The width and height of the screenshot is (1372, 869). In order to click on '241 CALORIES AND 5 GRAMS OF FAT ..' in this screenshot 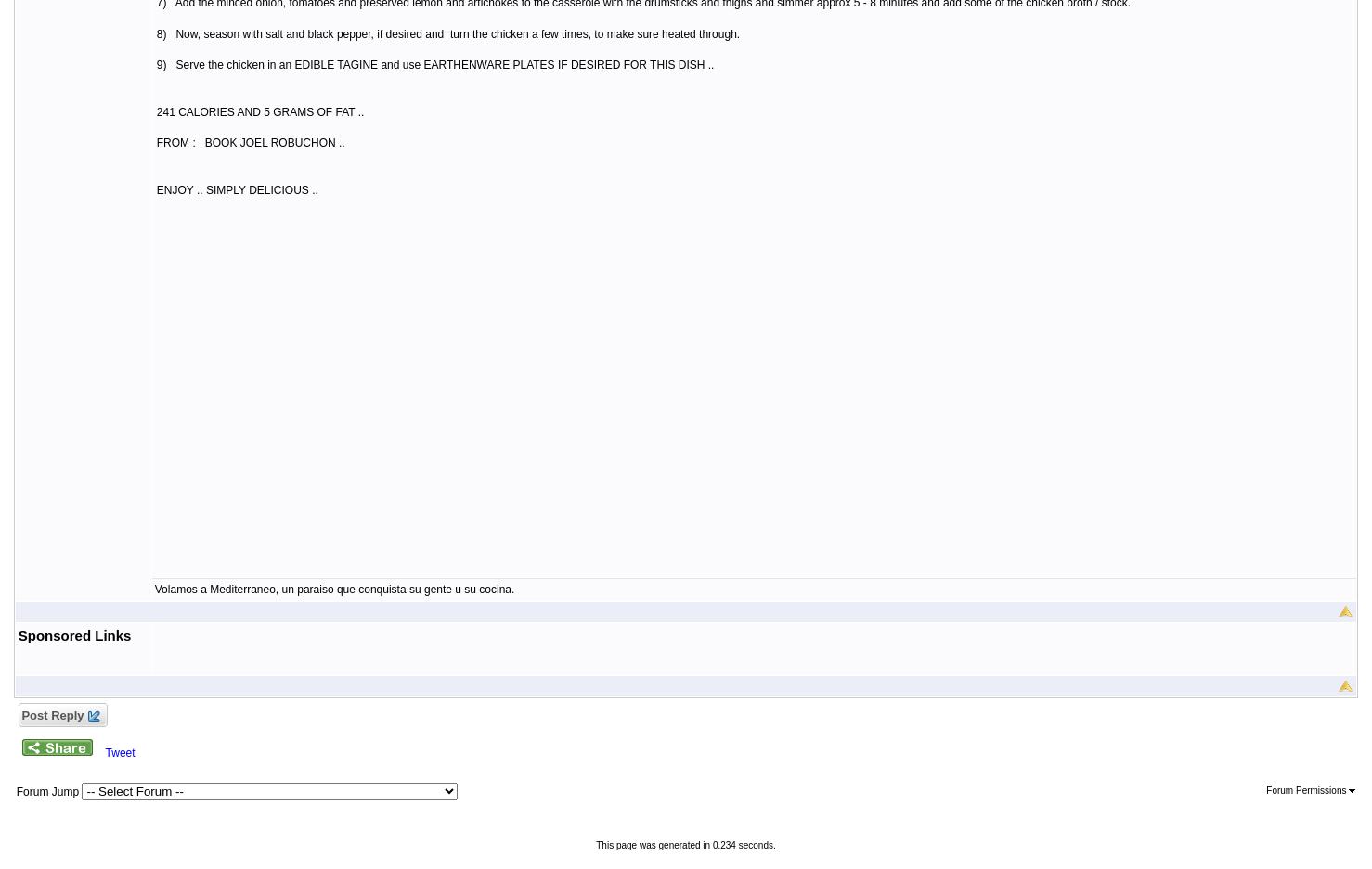, I will do `click(259, 110)`.